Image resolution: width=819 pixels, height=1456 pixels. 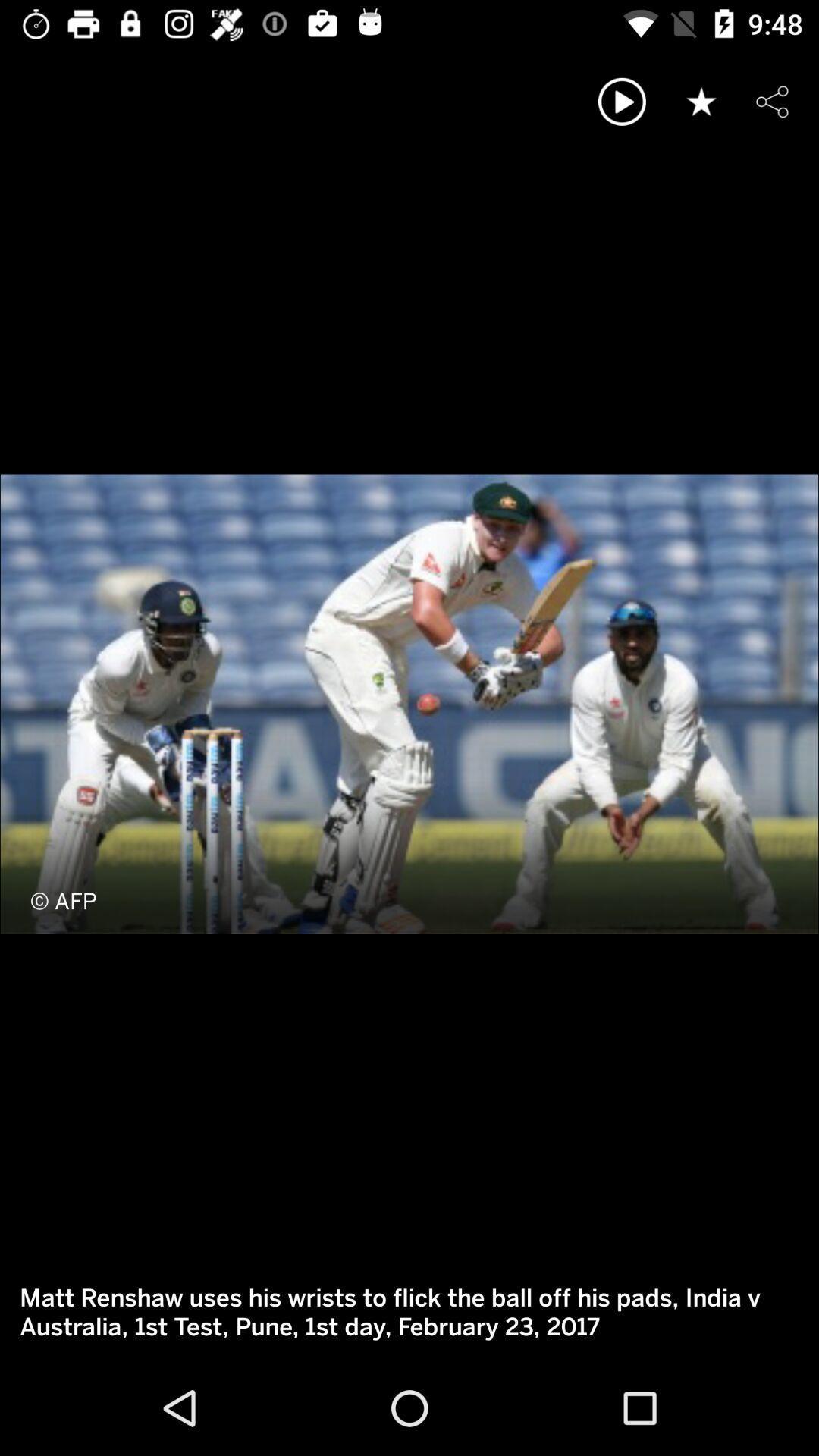 I want to click on slideshow, so click(x=622, y=101).